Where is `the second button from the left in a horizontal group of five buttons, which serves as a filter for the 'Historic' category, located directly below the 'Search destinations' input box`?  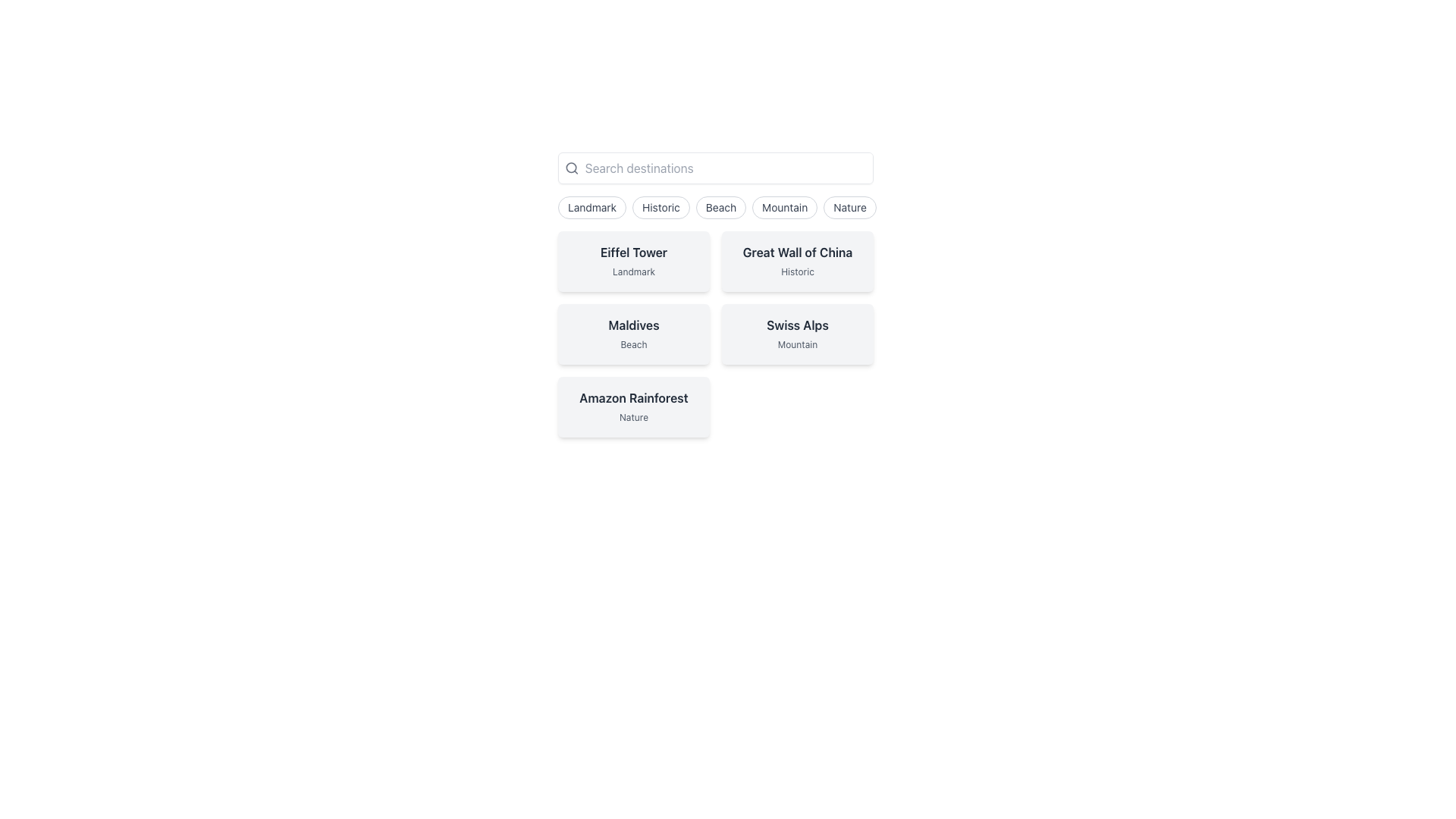
the second button from the left in a horizontal group of five buttons, which serves as a filter for the 'Historic' category, located directly below the 'Search destinations' input box is located at coordinates (661, 207).